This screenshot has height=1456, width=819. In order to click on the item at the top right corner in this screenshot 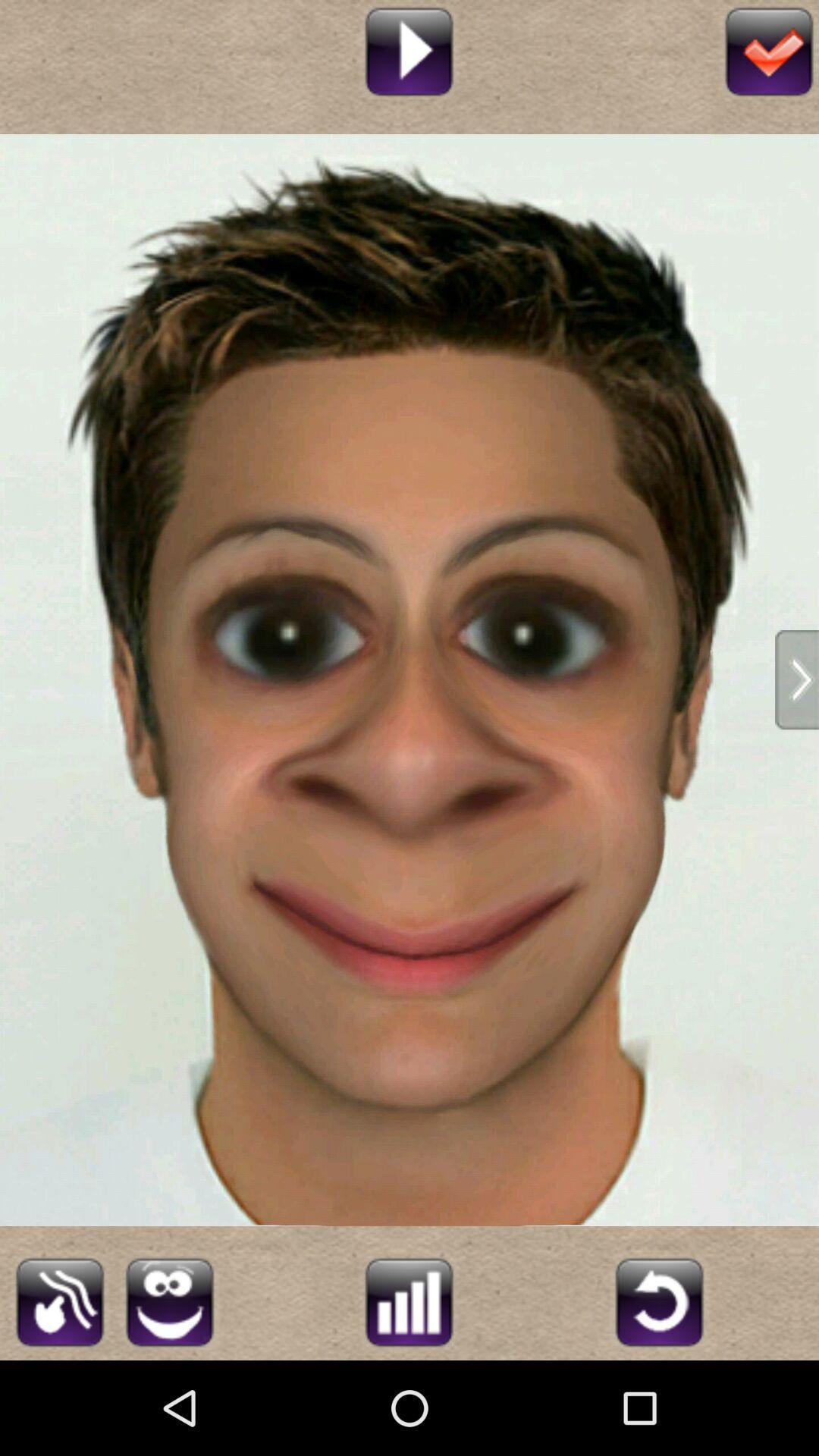, I will do `click(769, 49)`.